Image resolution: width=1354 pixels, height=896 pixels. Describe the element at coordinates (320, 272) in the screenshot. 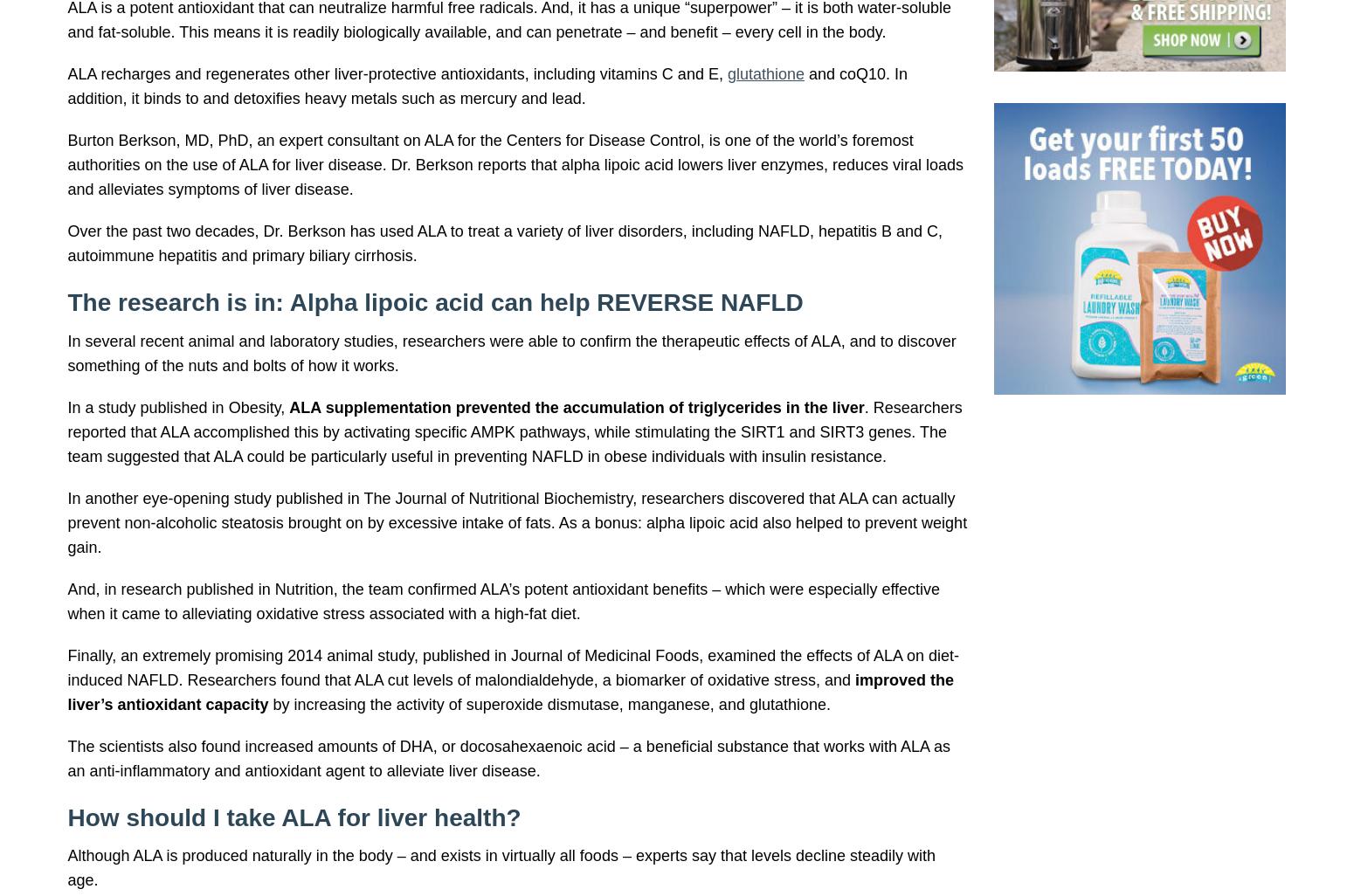

I see `'can the above protocol'` at that location.